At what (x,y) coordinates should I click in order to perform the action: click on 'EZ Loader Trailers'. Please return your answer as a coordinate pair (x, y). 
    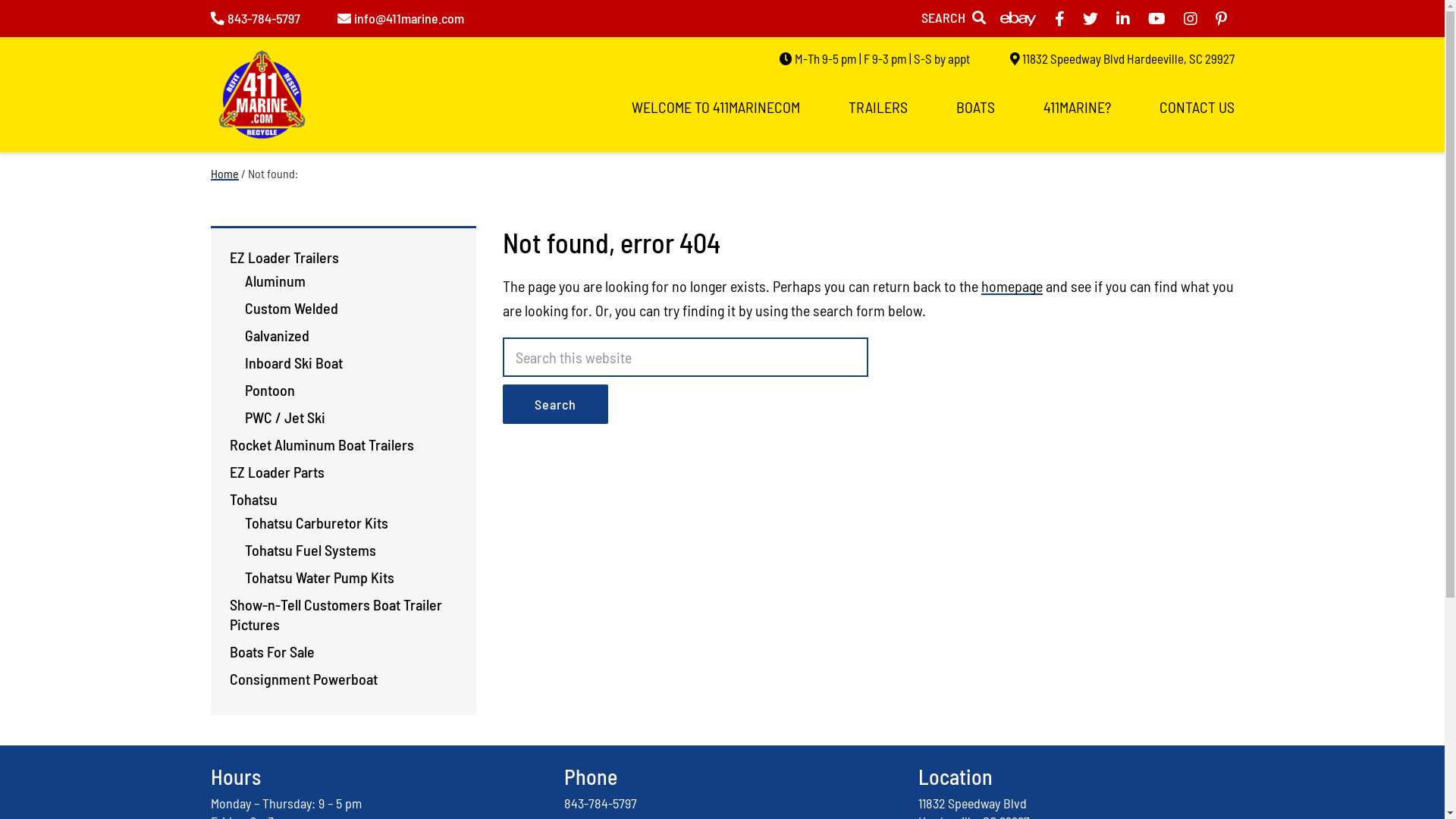
    Looking at the image, I should click on (284, 256).